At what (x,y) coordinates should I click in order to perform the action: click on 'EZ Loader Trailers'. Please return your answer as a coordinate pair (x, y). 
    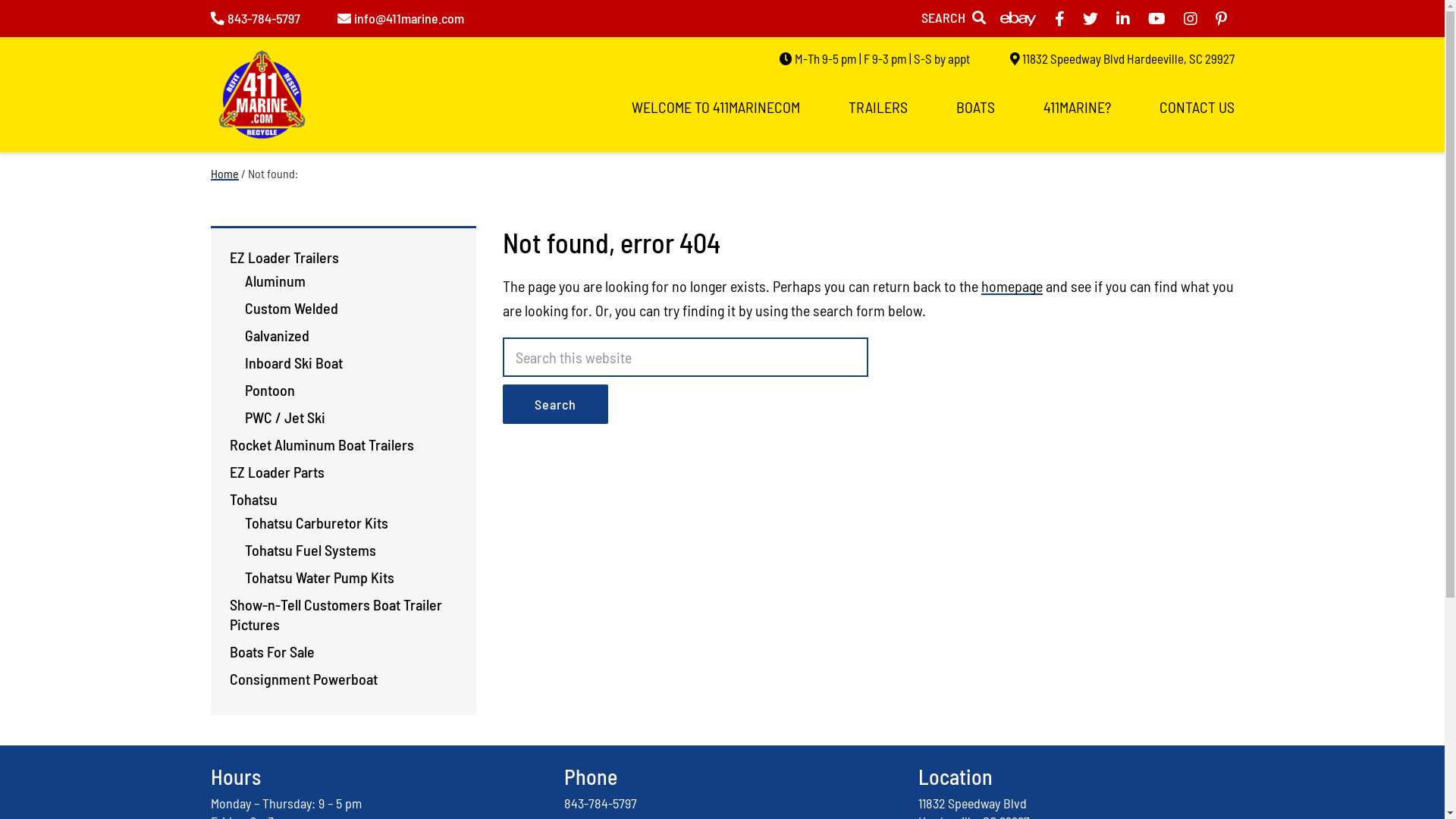
    Looking at the image, I should click on (284, 256).